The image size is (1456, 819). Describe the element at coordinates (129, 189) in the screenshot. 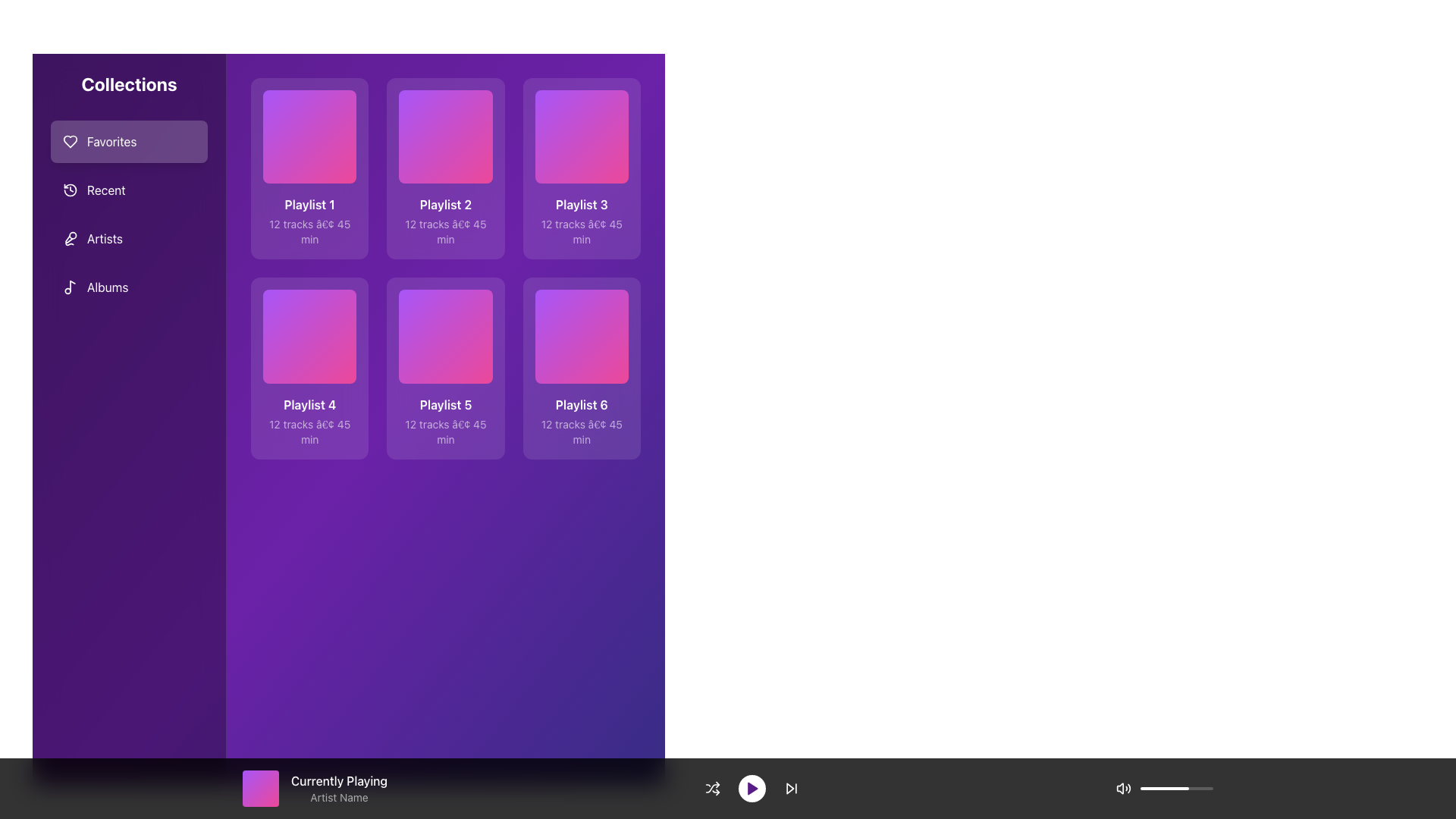

I see `the 'Recent' button in the sidebar navigation menu to observe the hover effect` at that location.